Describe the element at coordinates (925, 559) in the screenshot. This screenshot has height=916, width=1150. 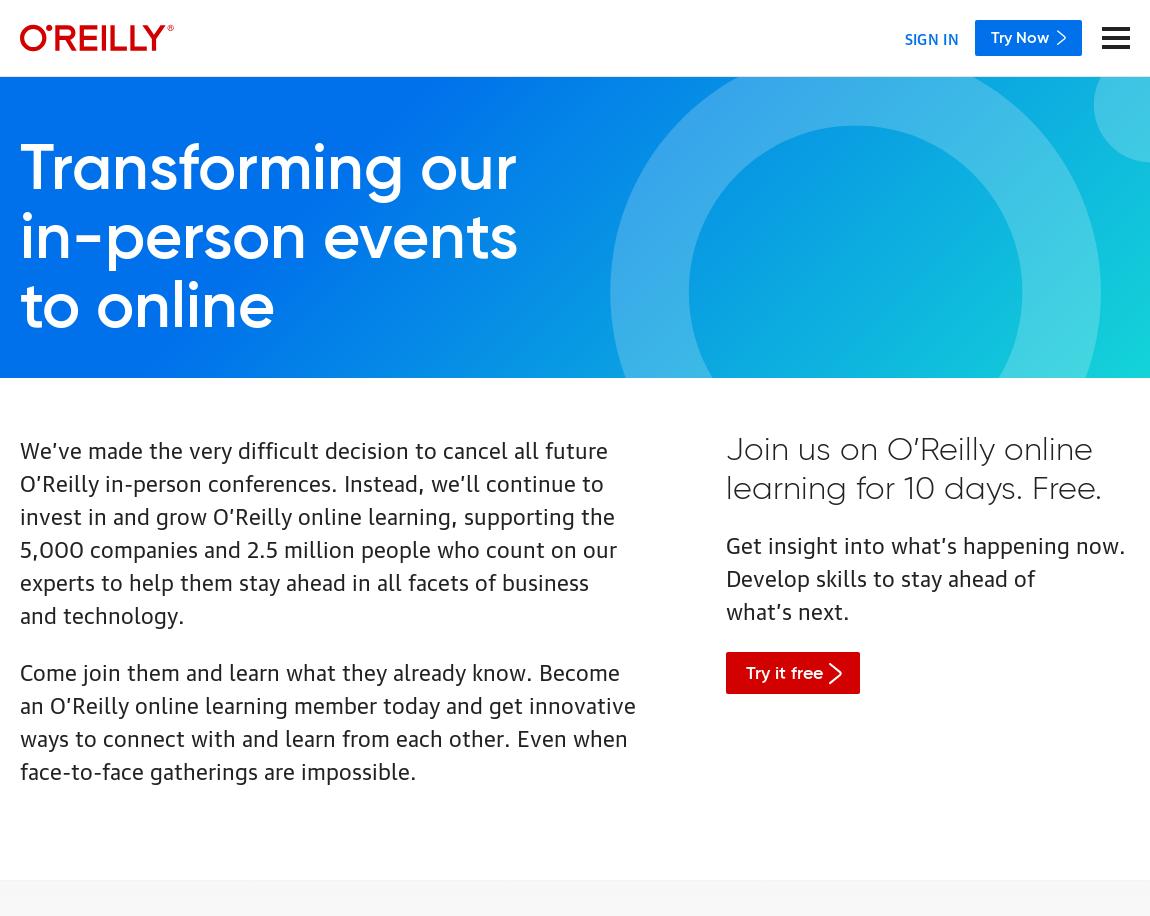
I see `'Get insight into what’s happening now. Develop skills to stay ahead of'` at that location.